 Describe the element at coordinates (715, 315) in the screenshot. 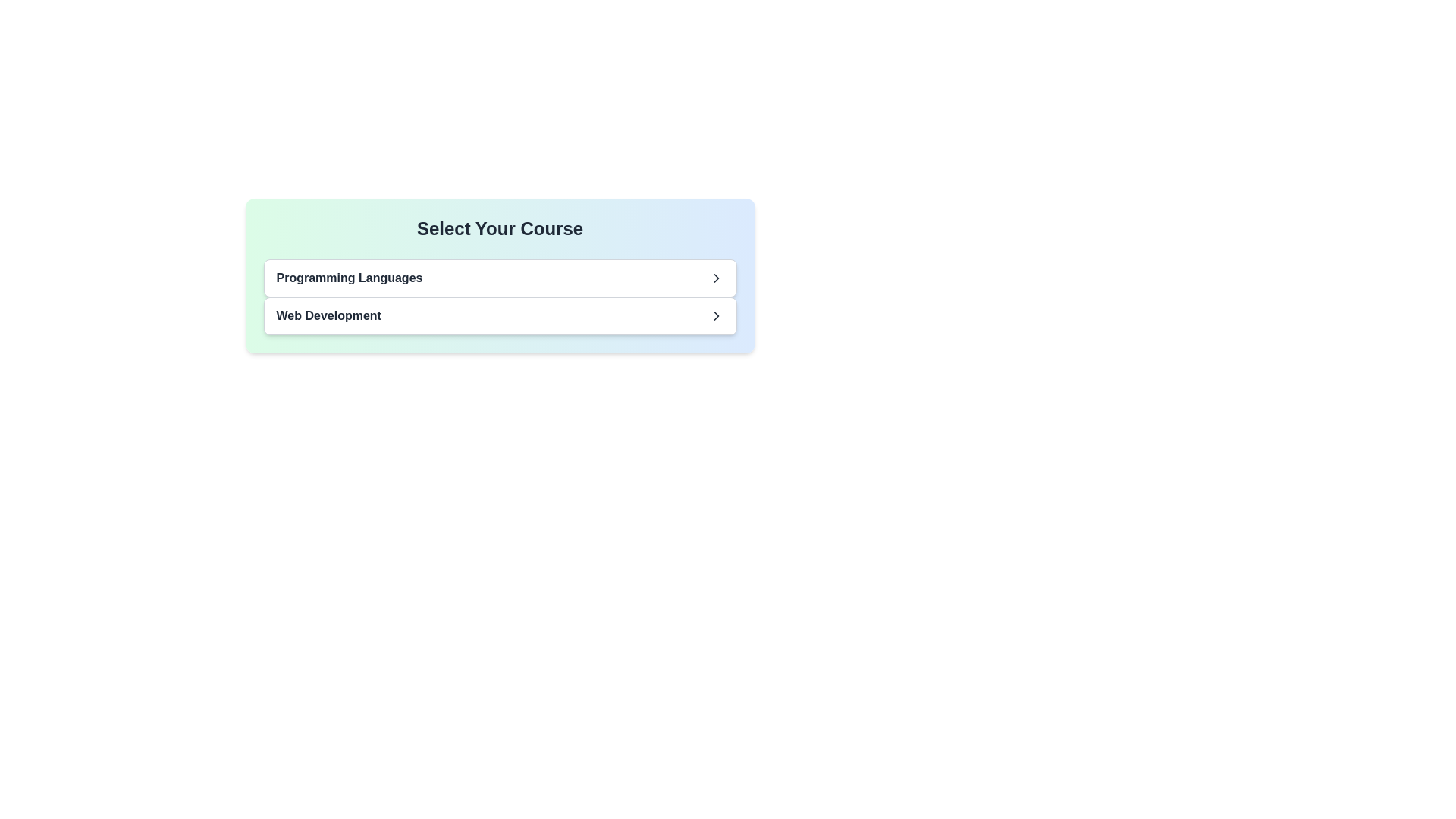

I see `the navigation icon located at the right edge of the 'Web Development' text label in the course menu` at that location.